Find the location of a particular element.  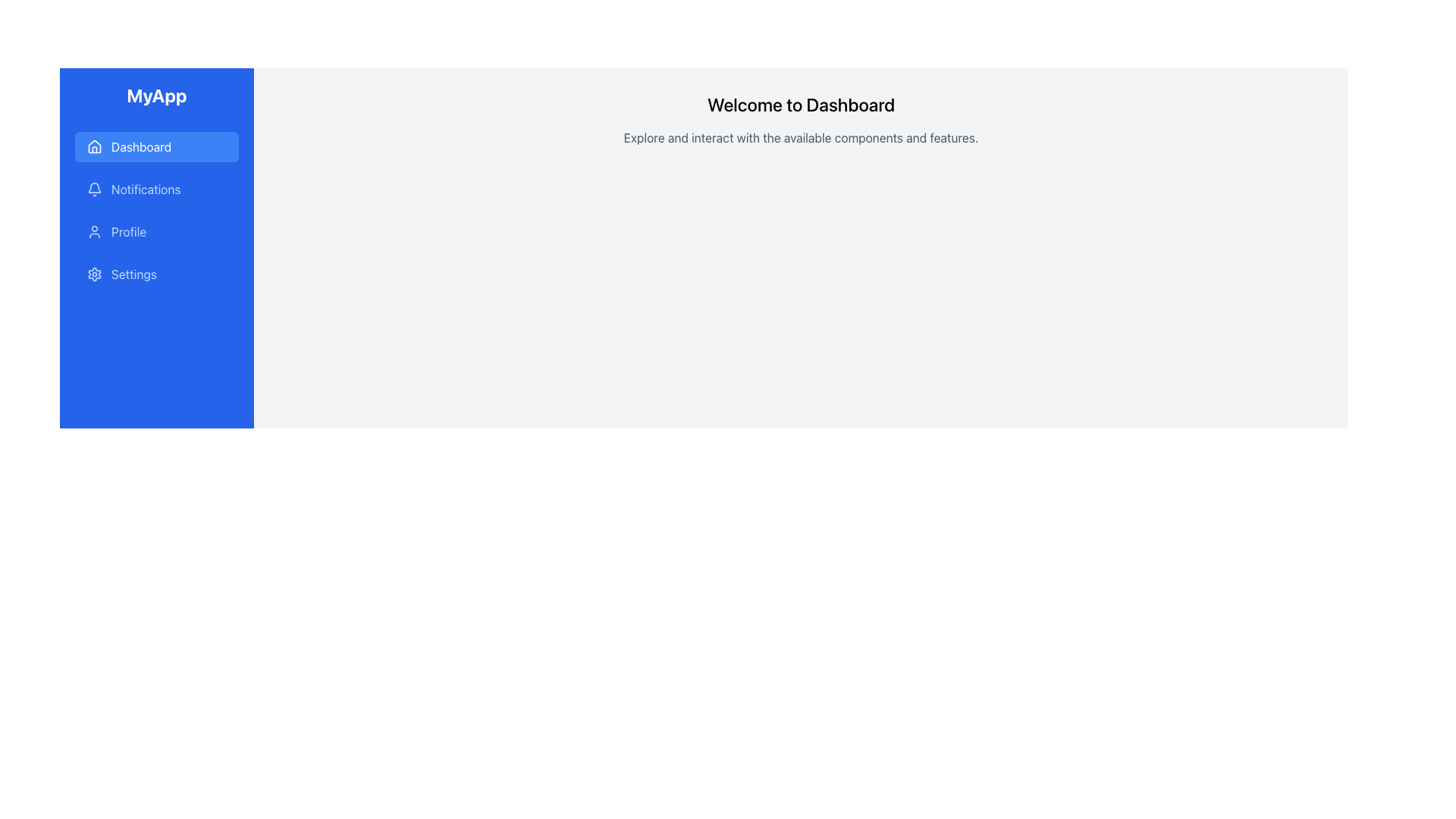

the Text Label that serves as a header for the dashboard page, providing a welcoming message to users is located at coordinates (800, 104).